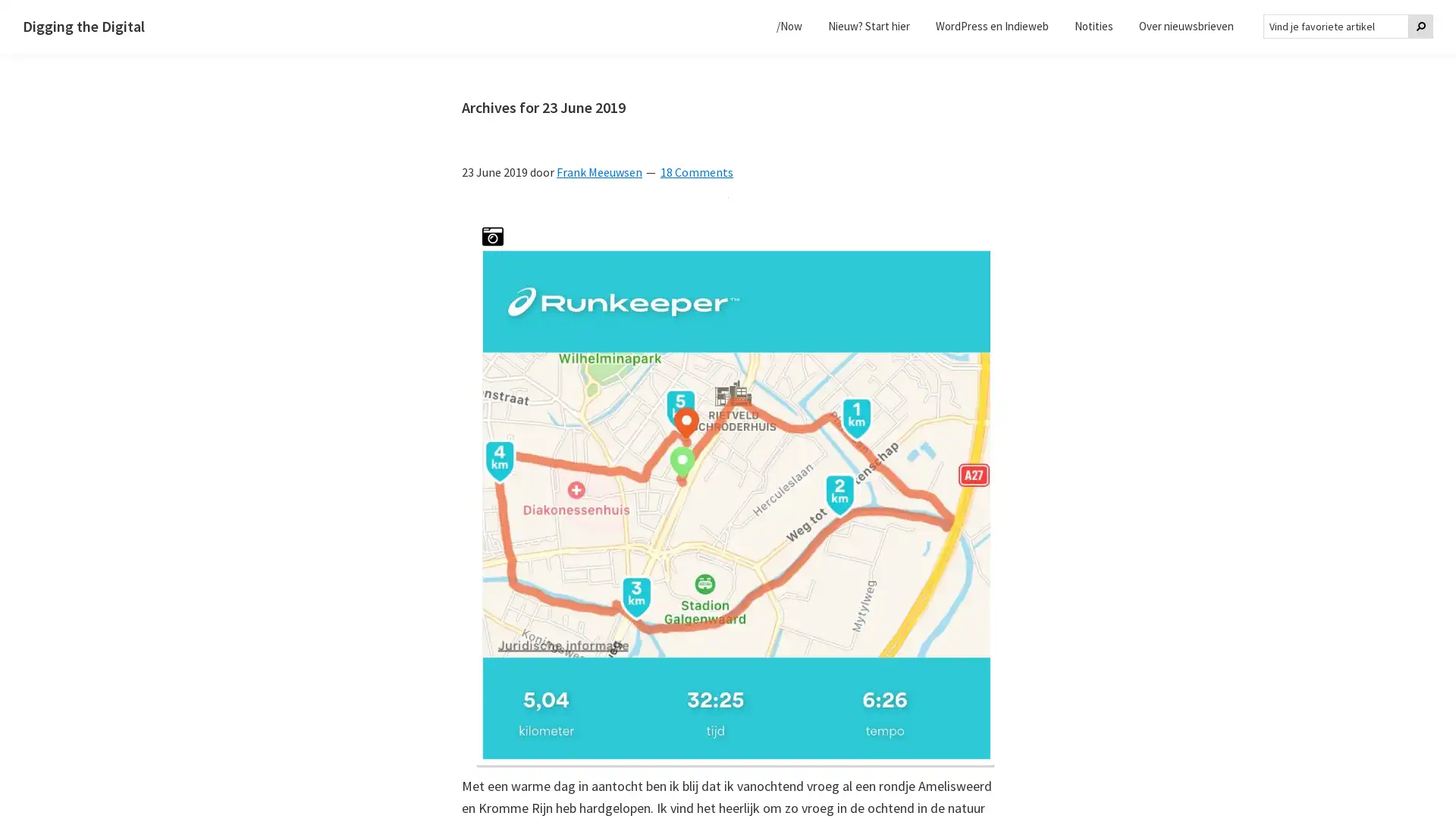 The image size is (1456, 819). What do you see at coordinates (1420, 26) in the screenshot?
I see `Search` at bounding box center [1420, 26].